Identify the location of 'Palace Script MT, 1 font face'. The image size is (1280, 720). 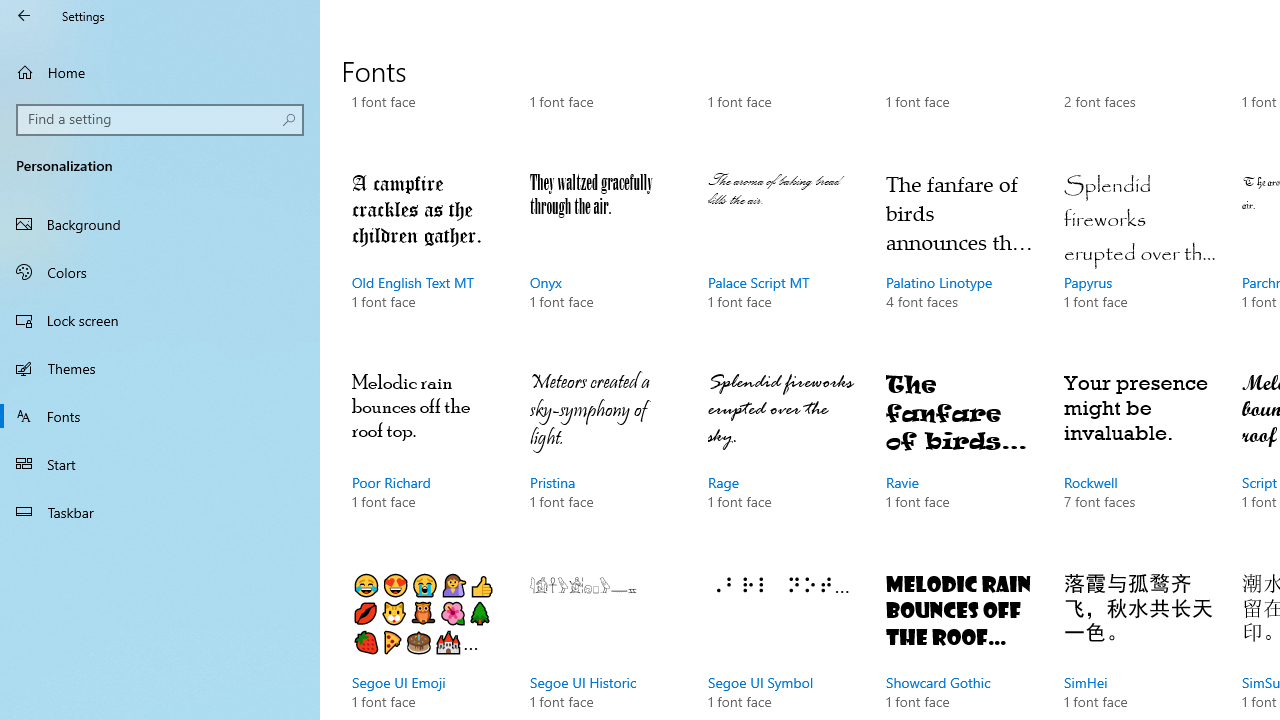
(782, 260).